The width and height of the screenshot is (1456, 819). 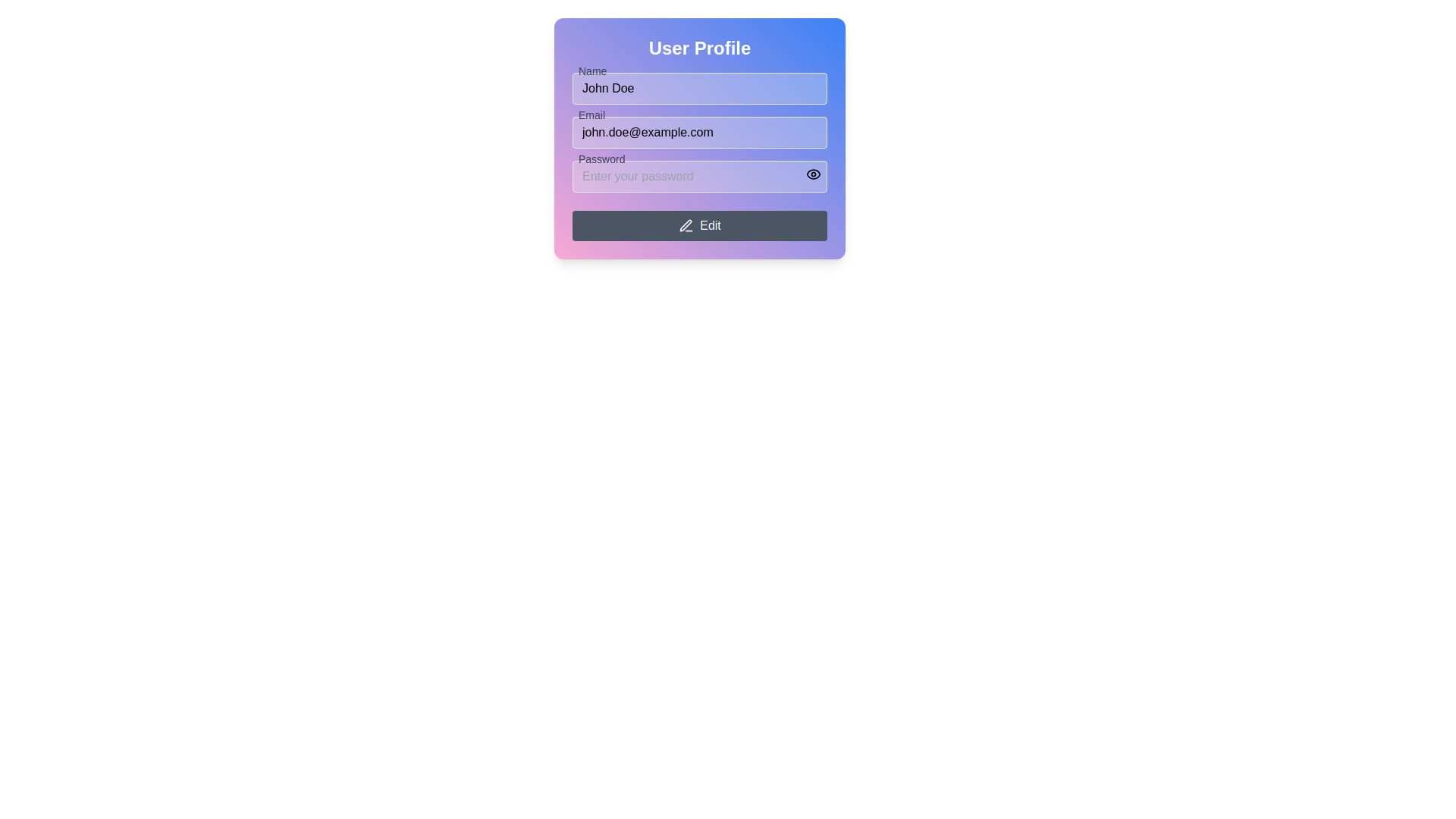 What do you see at coordinates (591, 114) in the screenshot?
I see `the 'Email' label, which is a small-sized light gray text positioned above the email input field and aligned to the left` at bounding box center [591, 114].